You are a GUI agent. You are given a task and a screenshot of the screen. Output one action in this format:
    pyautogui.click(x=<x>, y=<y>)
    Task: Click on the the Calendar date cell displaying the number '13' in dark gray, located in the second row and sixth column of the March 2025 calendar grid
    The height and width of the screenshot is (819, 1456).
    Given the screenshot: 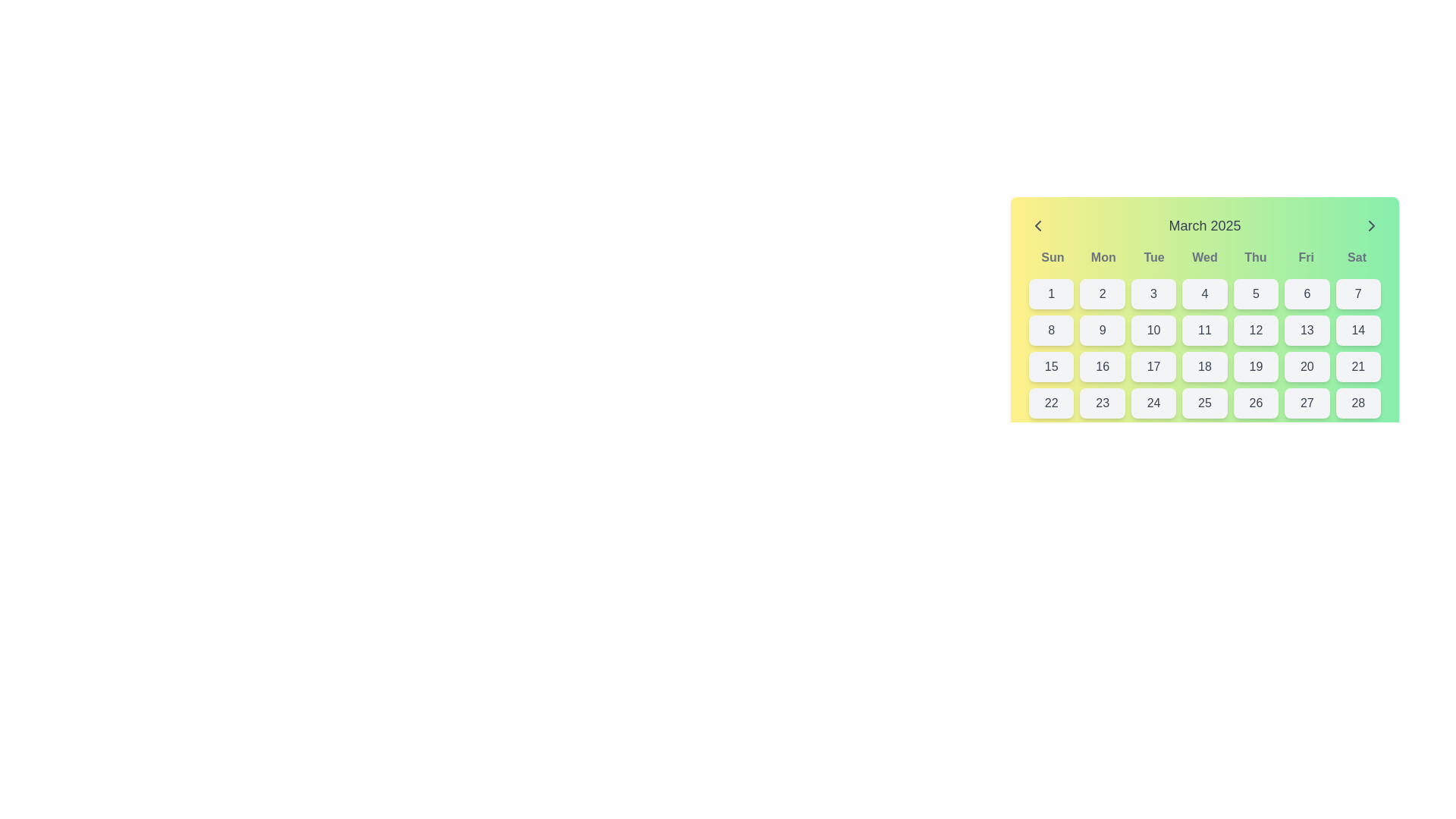 What is the action you would take?
    pyautogui.click(x=1306, y=329)
    